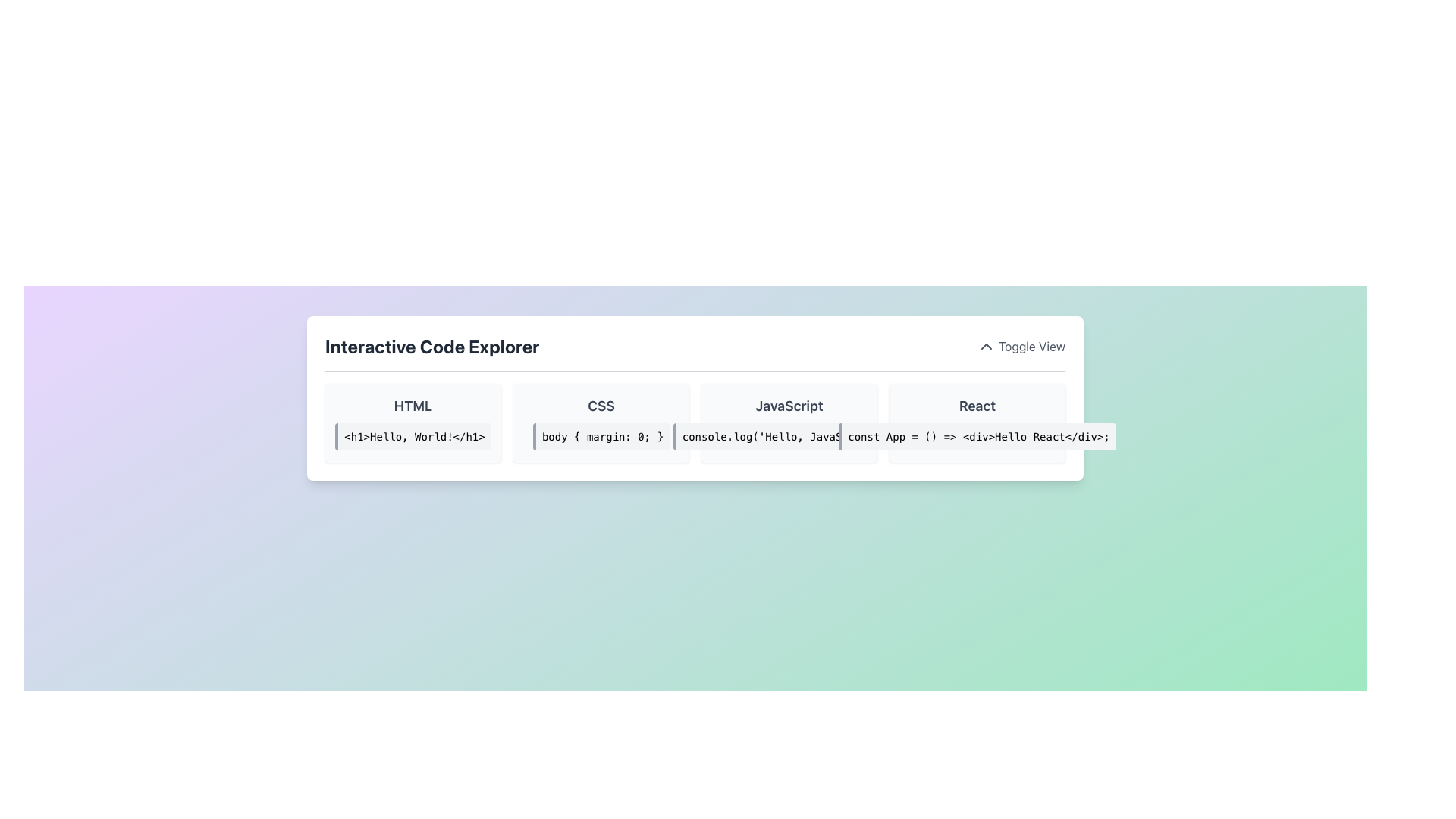 The width and height of the screenshot is (1456, 819). Describe the element at coordinates (413, 436) in the screenshot. I see `contents of the text block styled with a light gray background and containing the text '<h1>Hello, World!</h1>' located beneath the title 'HTML'` at that location.